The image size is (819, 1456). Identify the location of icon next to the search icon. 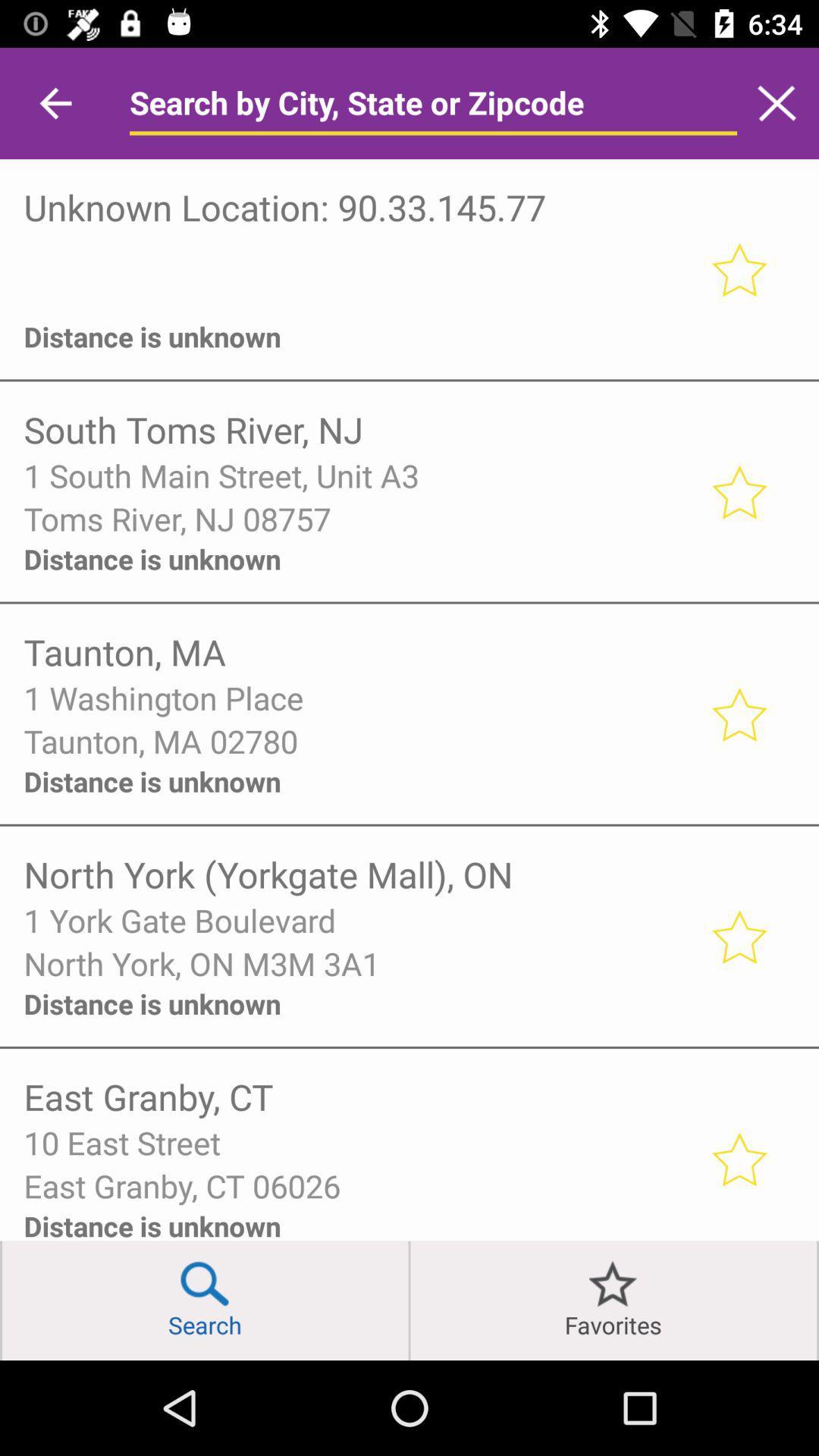
(409, 1300).